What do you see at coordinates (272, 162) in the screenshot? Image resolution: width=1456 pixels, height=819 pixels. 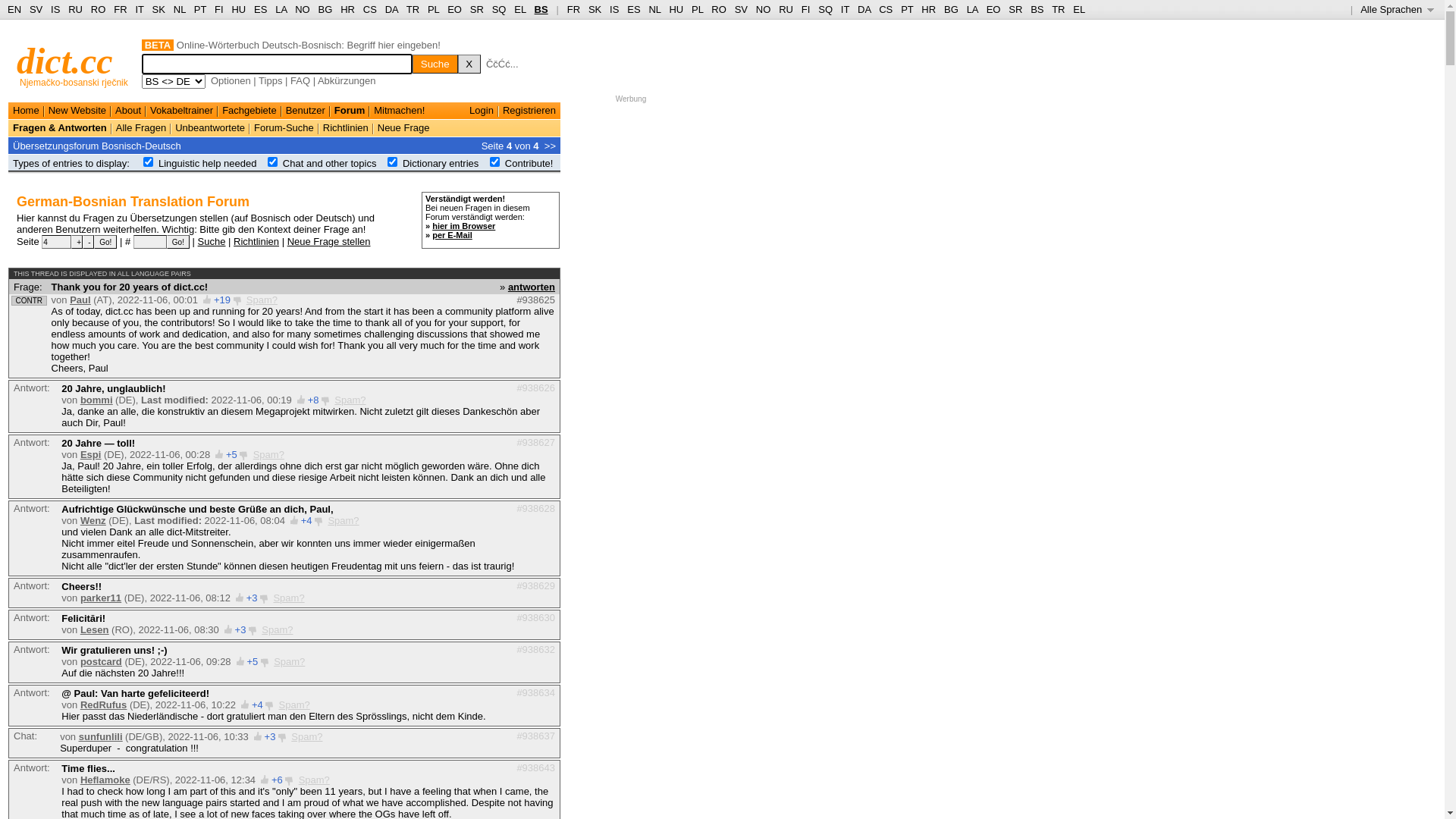 I see `'on'` at bounding box center [272, 162].